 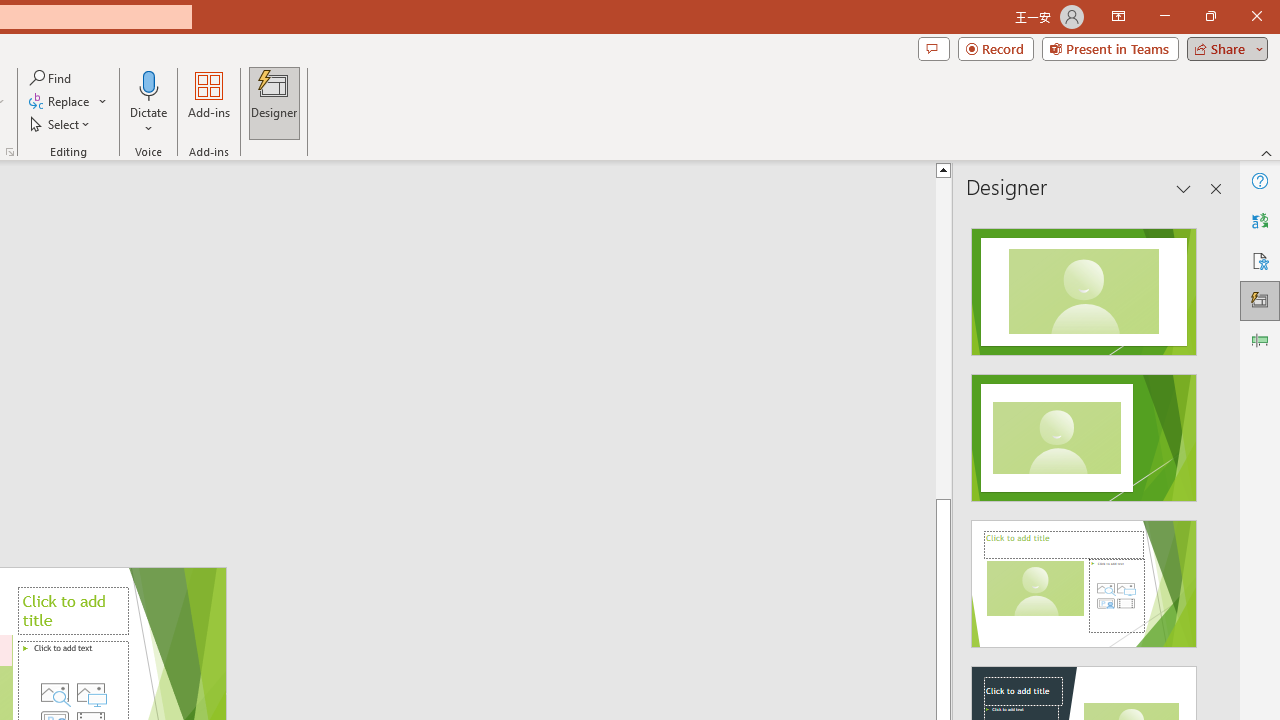 What do you see at coordinates (1184, 189) in the screenshot?
I see `'Task Pane Options'` at bounding box center [1184, 189].